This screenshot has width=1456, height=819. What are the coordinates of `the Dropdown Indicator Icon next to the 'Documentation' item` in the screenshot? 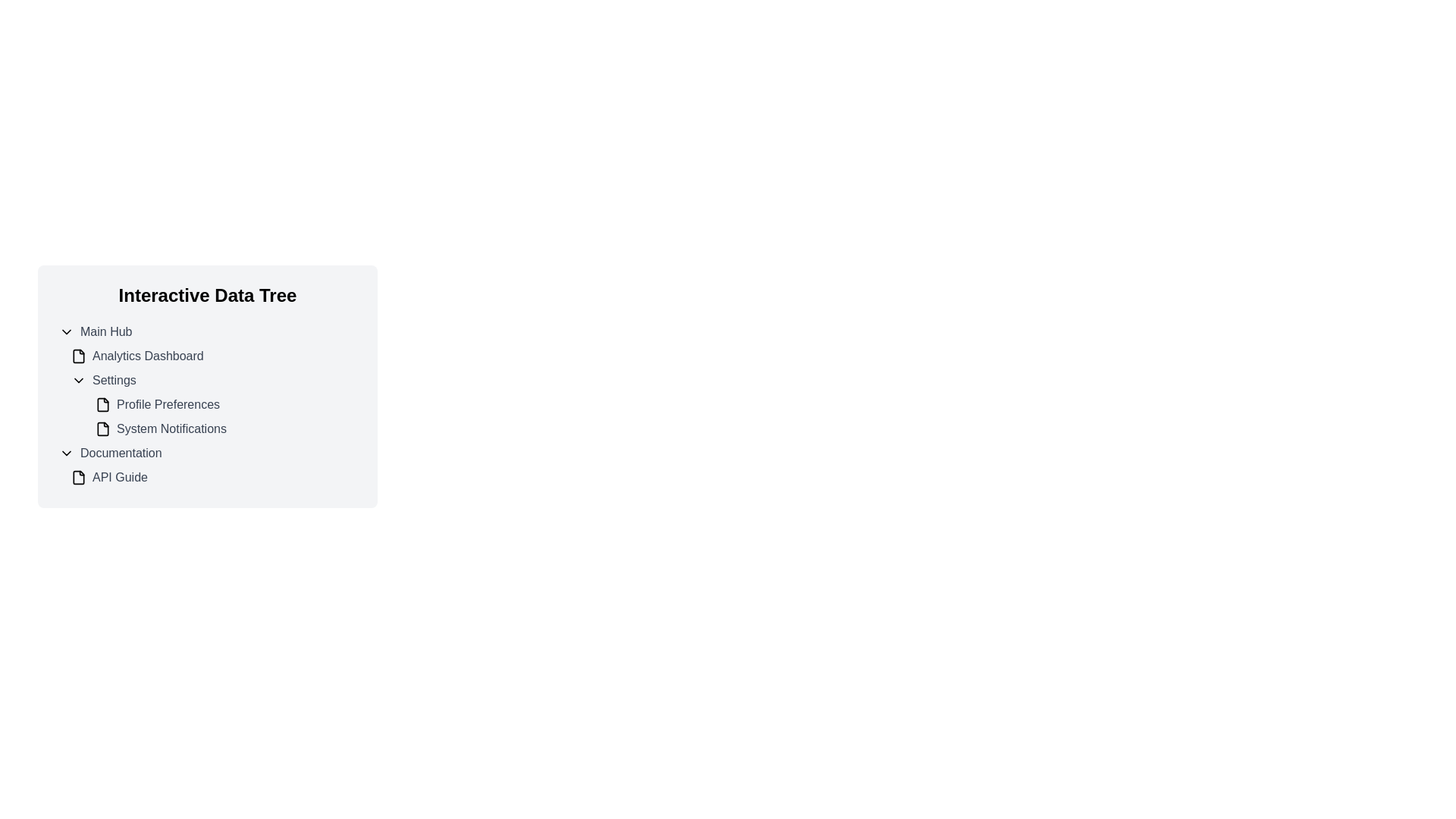 It's located at (65, 452).